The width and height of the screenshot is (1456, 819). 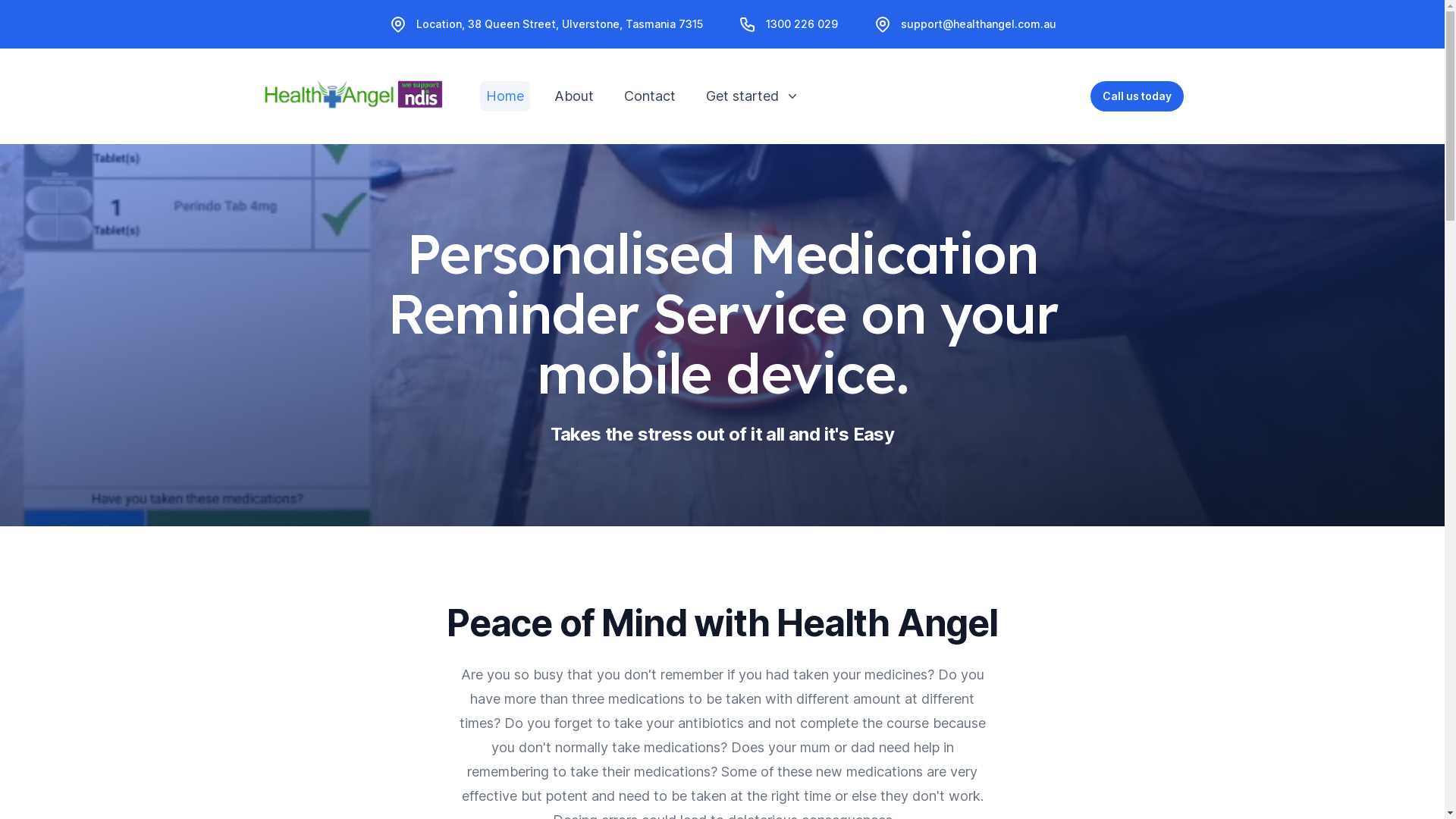 I want to click on 'Get started', so click(x=750, y=96).